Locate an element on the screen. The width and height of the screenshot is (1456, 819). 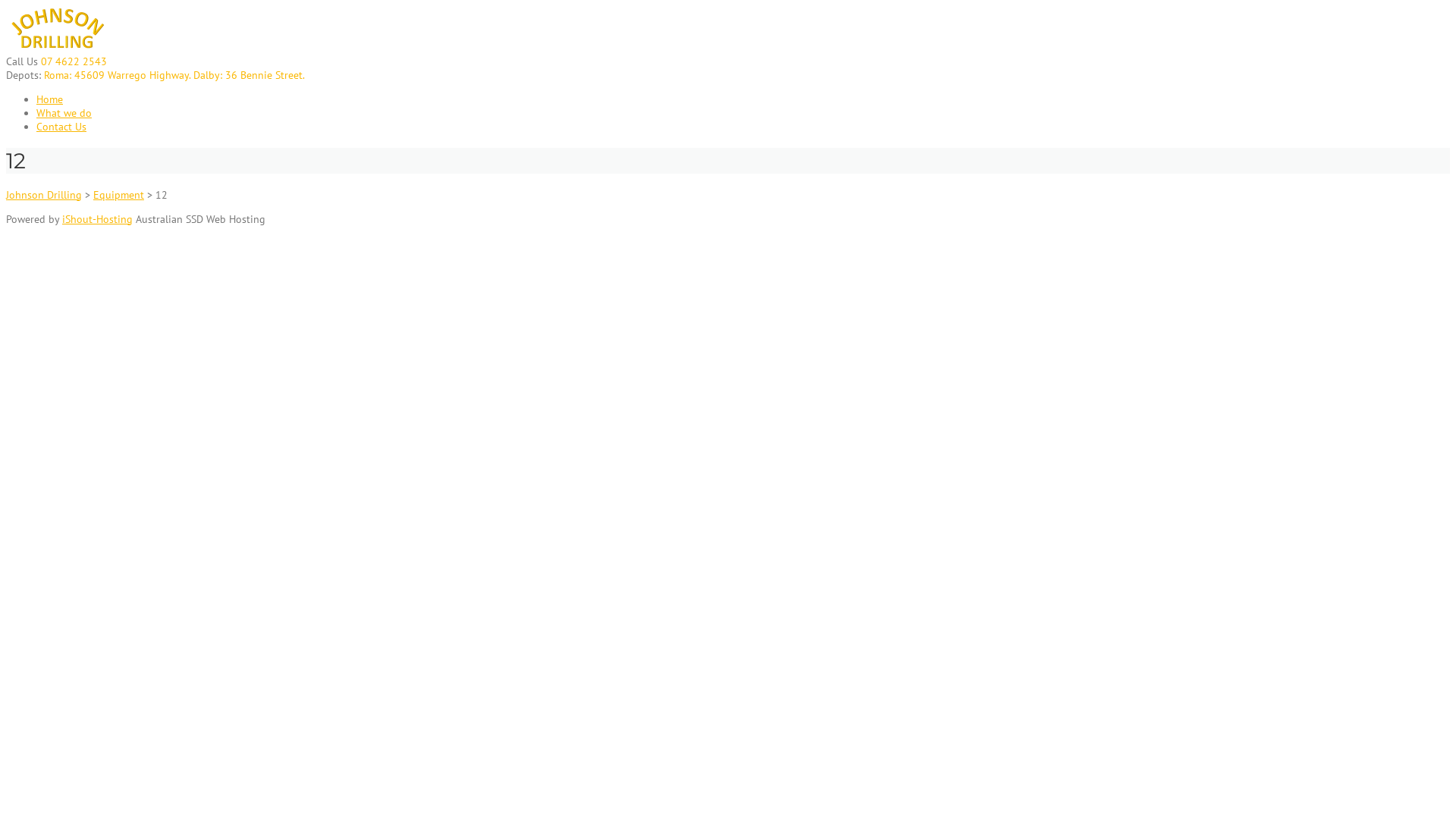
'Johnson Drilling' is located at coordinates (6, 194).